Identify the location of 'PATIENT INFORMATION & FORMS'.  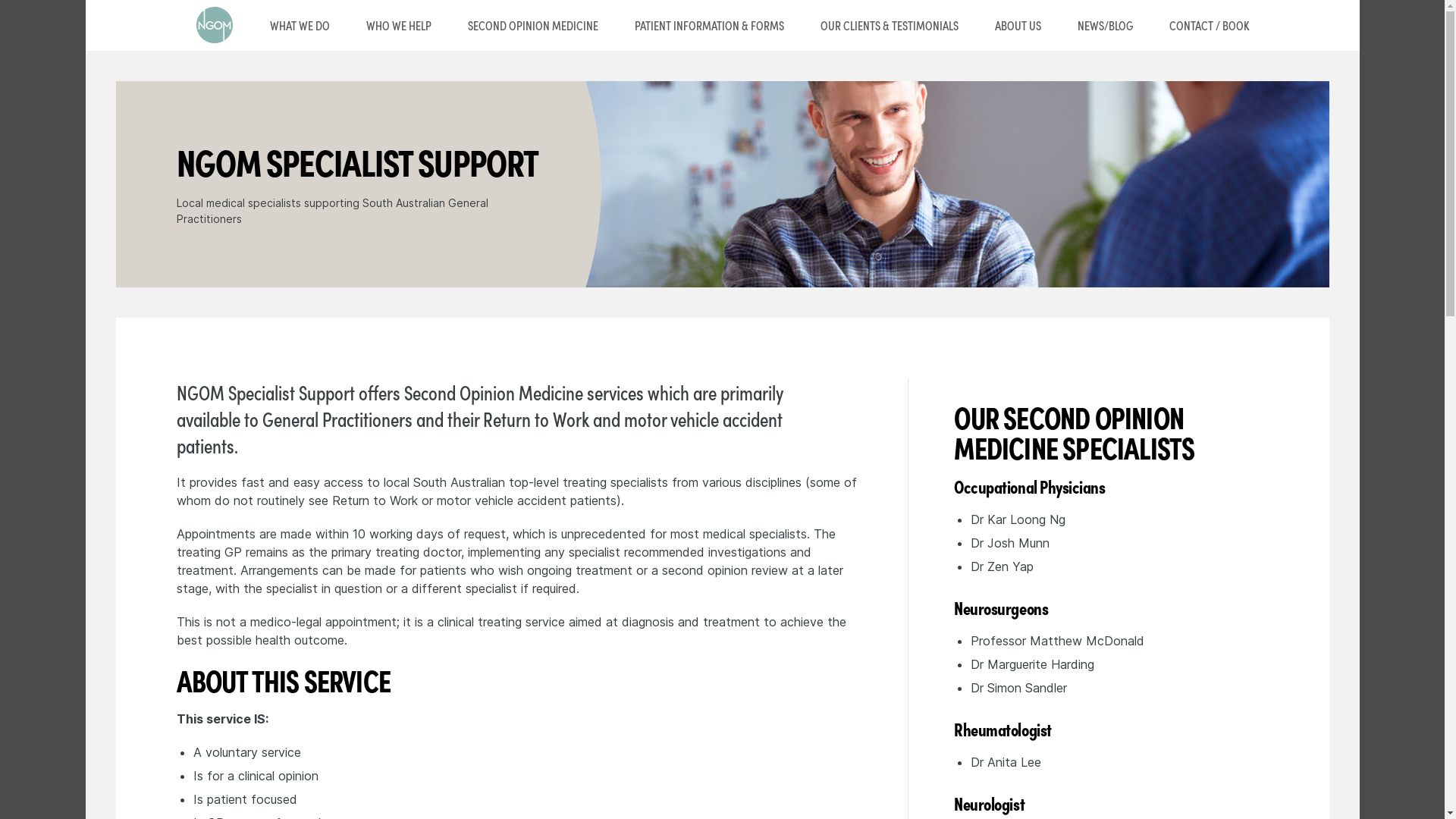
(708, 25).